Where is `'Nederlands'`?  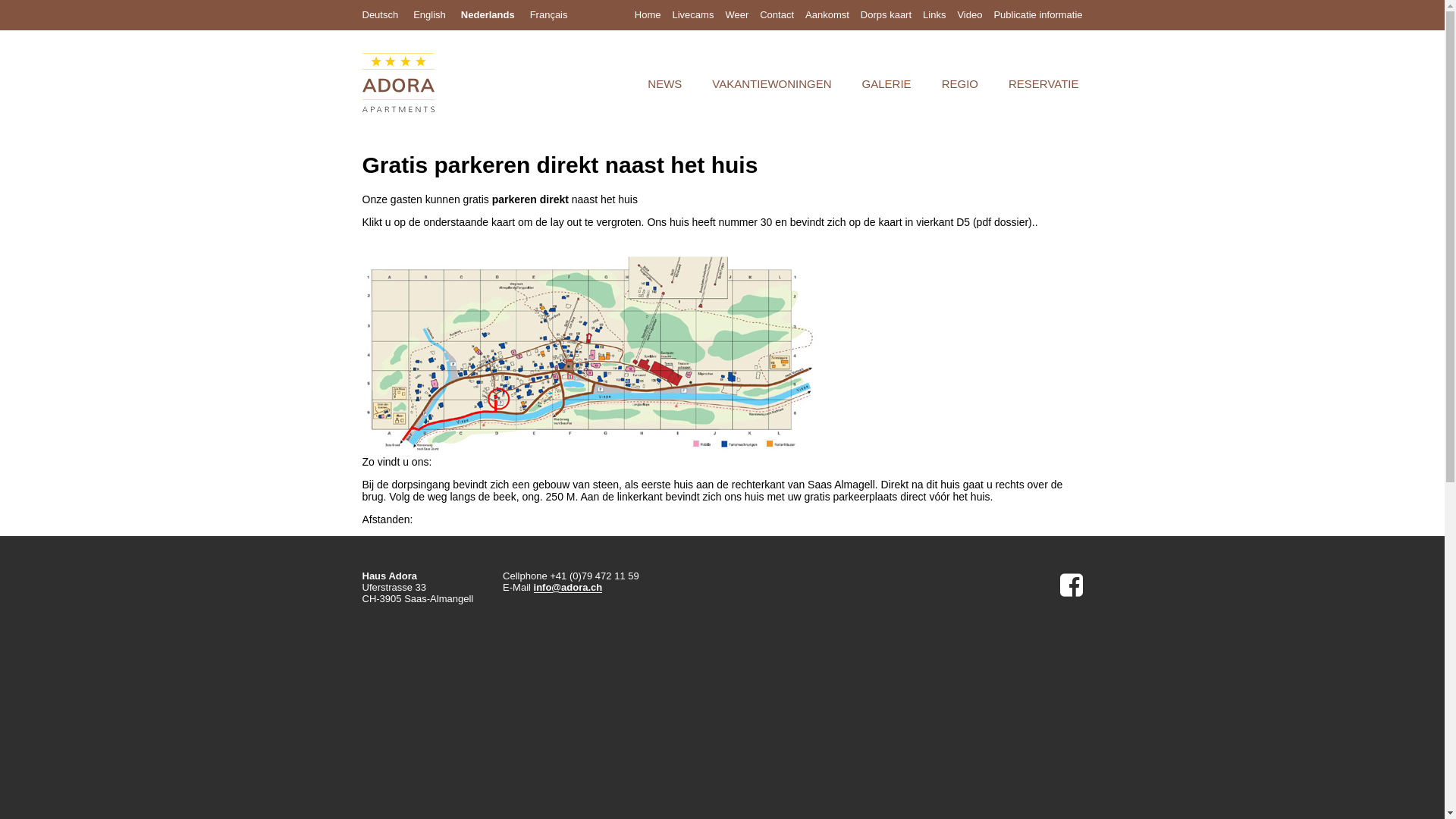
'Nederlands' is located at coordinates (460, 14).